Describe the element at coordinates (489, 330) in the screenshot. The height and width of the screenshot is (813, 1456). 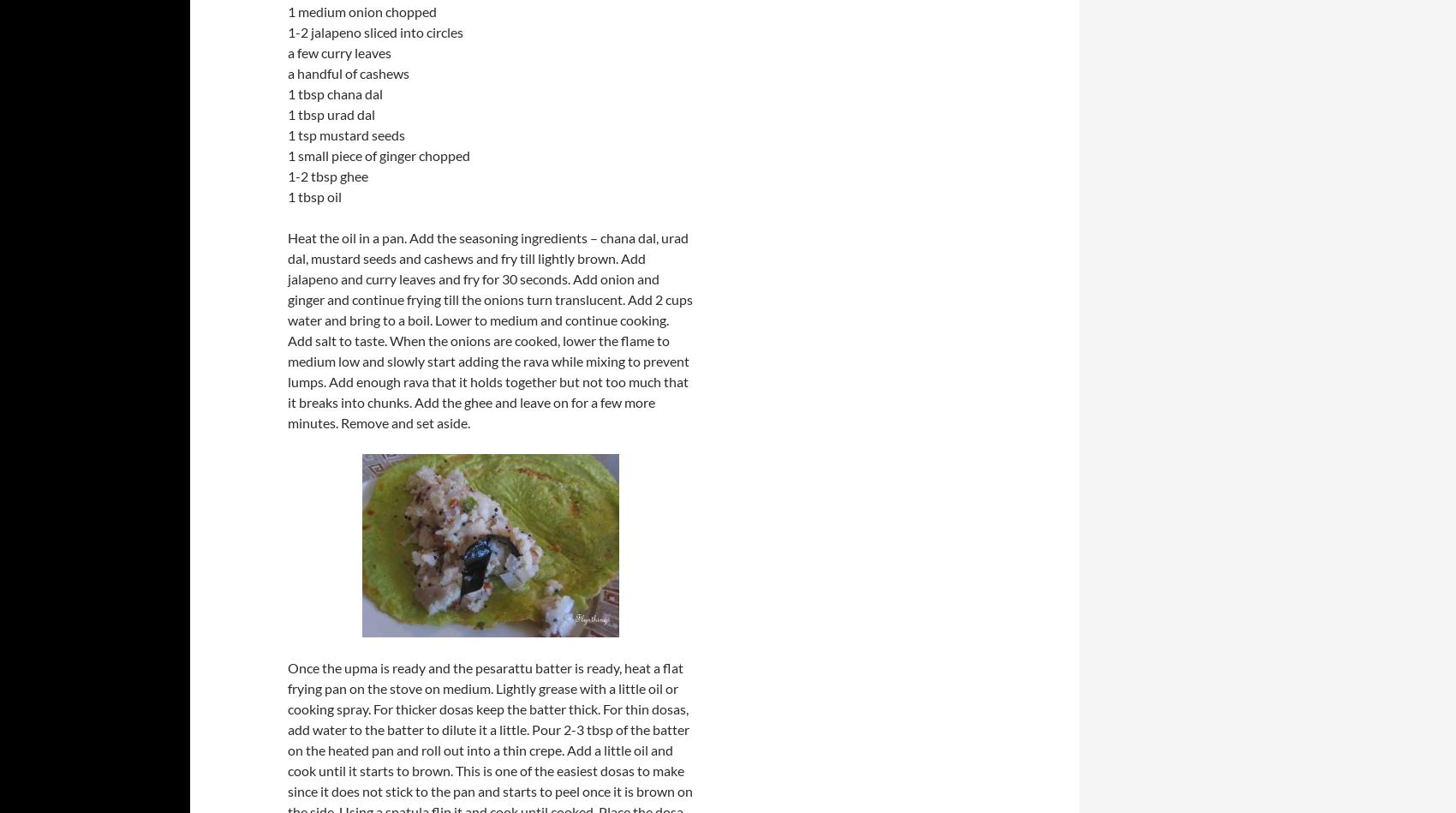
I see `'Heat the oil in a pan. Add the seasoning ingredients – chana dal, urad dal, mustard seeds and cashews and fry till lightly brown. Add jalapeno and curry leaves and fry for 30 seconds. Add onion and ginger and continue frying till the onions turn translucent. Add 2 cups water and bring to a boil. Lower to medium and continue cooking. Add salt to taste. When the onions are cooked, lower the flame to medium low and slowly start adding the rava while mixing to prevent lumps. Add enough rava that it holds together but not too much that it breaks into chunks. Add the ghee and leave on for a few more minutes. Remove and set aside.'` at that location.